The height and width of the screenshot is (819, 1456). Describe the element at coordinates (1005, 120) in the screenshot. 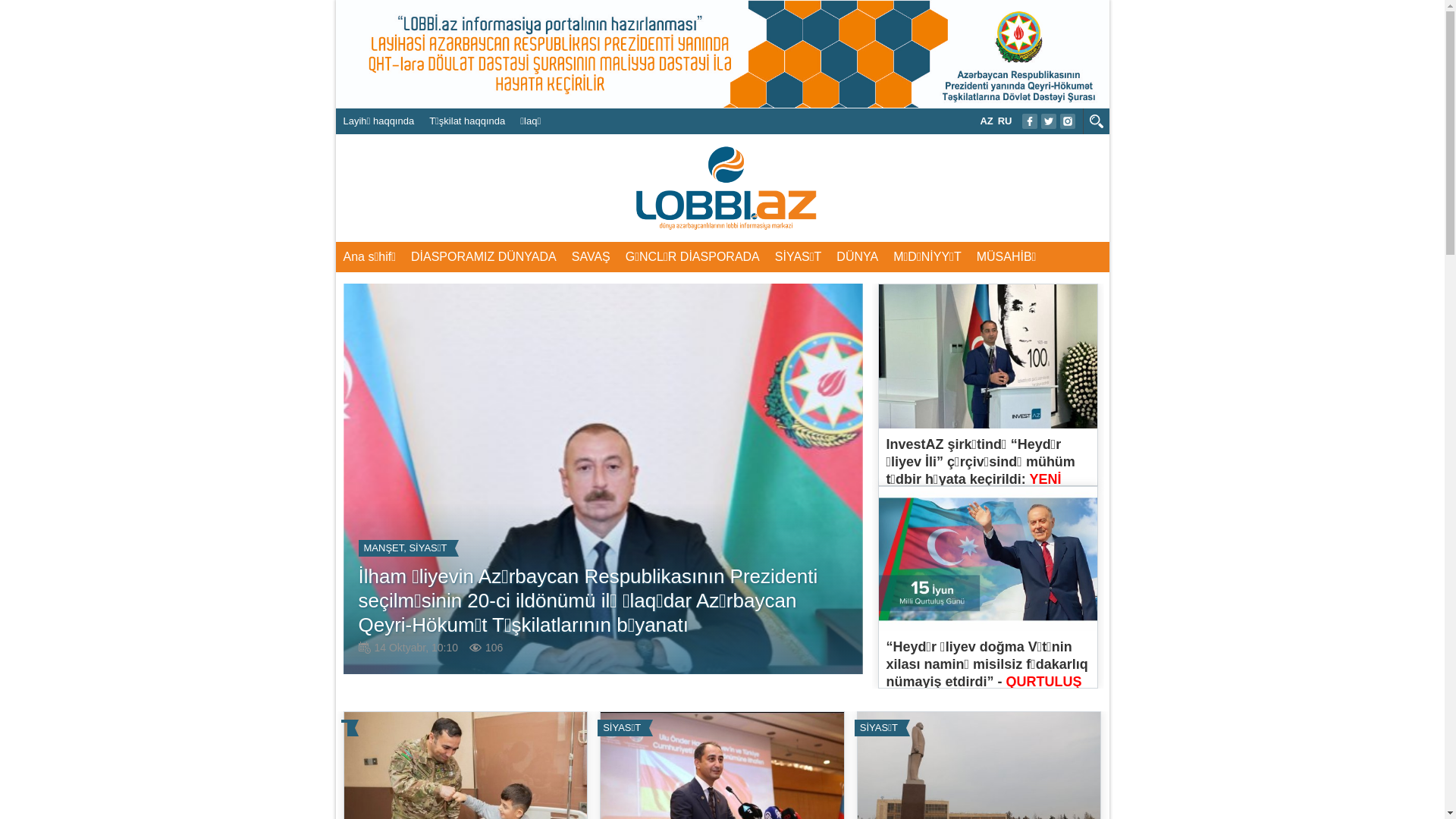

I see `'RU'` at that location.